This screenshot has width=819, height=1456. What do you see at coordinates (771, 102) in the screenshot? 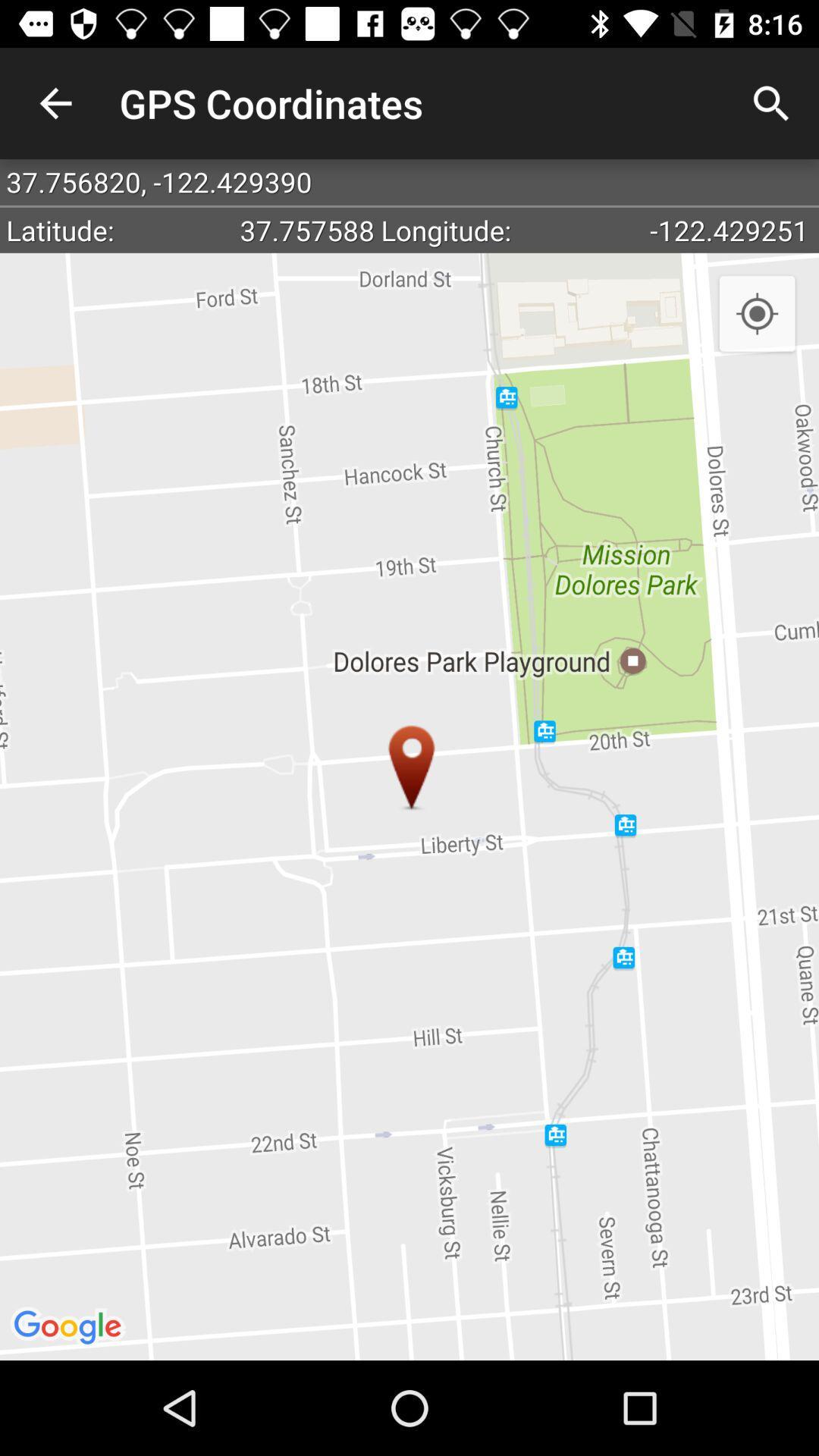
I see `the item above the 37 756820 122 icon` at bounding box center [771, 102].